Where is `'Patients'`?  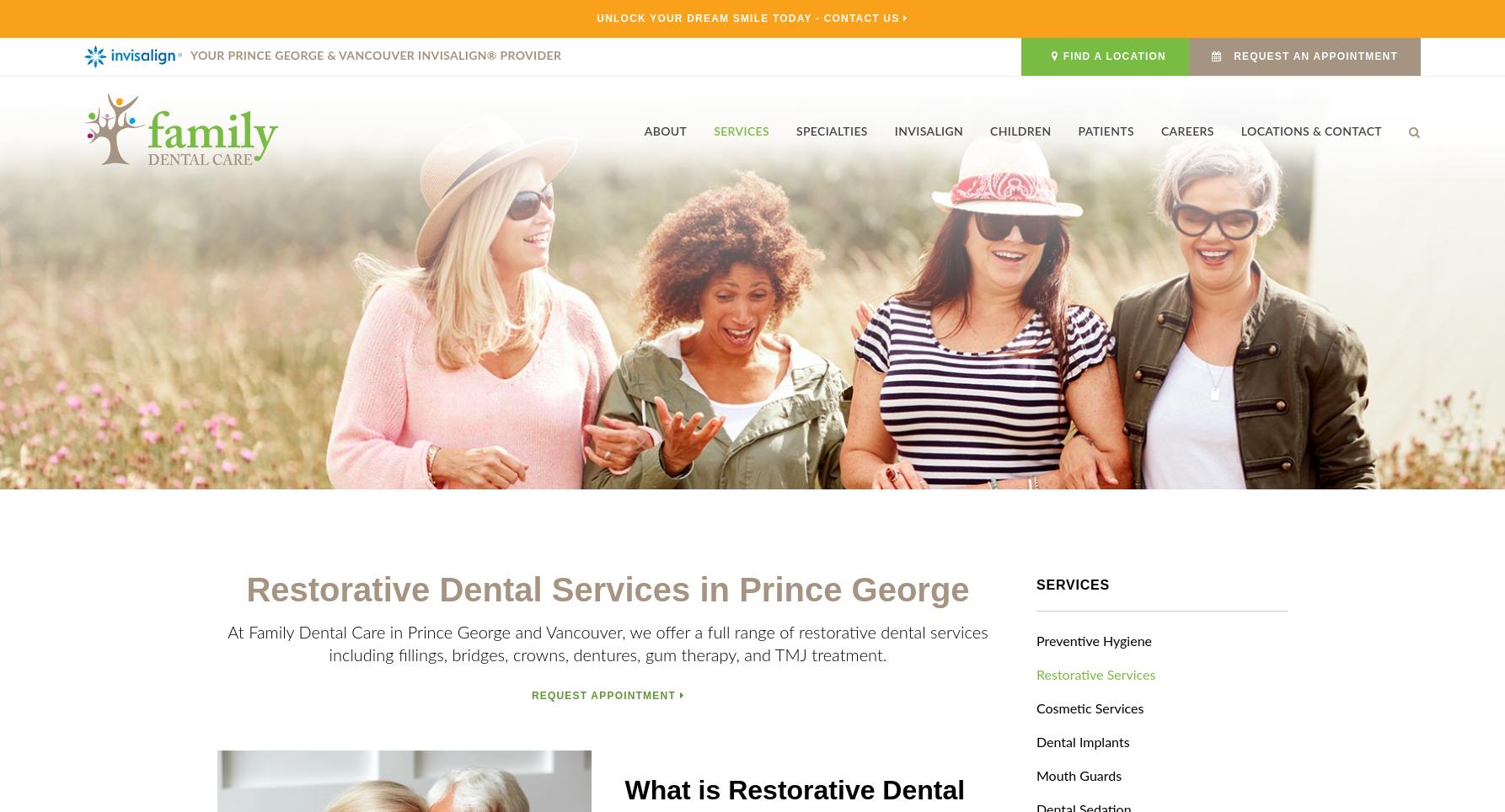 'Patients' is located at coordinates (1077, 132).